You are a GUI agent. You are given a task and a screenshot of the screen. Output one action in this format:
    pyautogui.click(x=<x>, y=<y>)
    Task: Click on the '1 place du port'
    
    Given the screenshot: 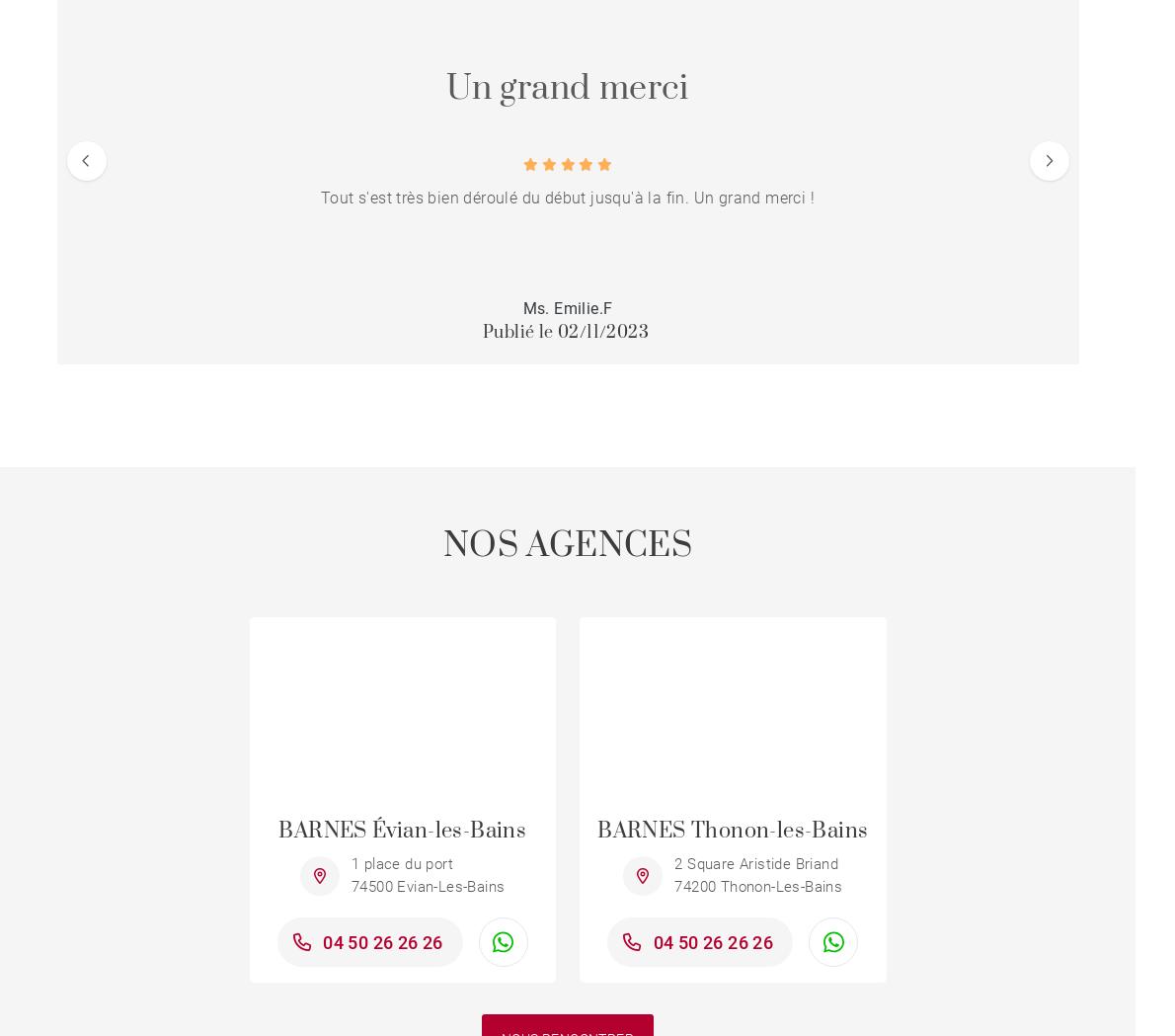 What is the action you would take?
    pyautogui.click(x=402, y=863)
    